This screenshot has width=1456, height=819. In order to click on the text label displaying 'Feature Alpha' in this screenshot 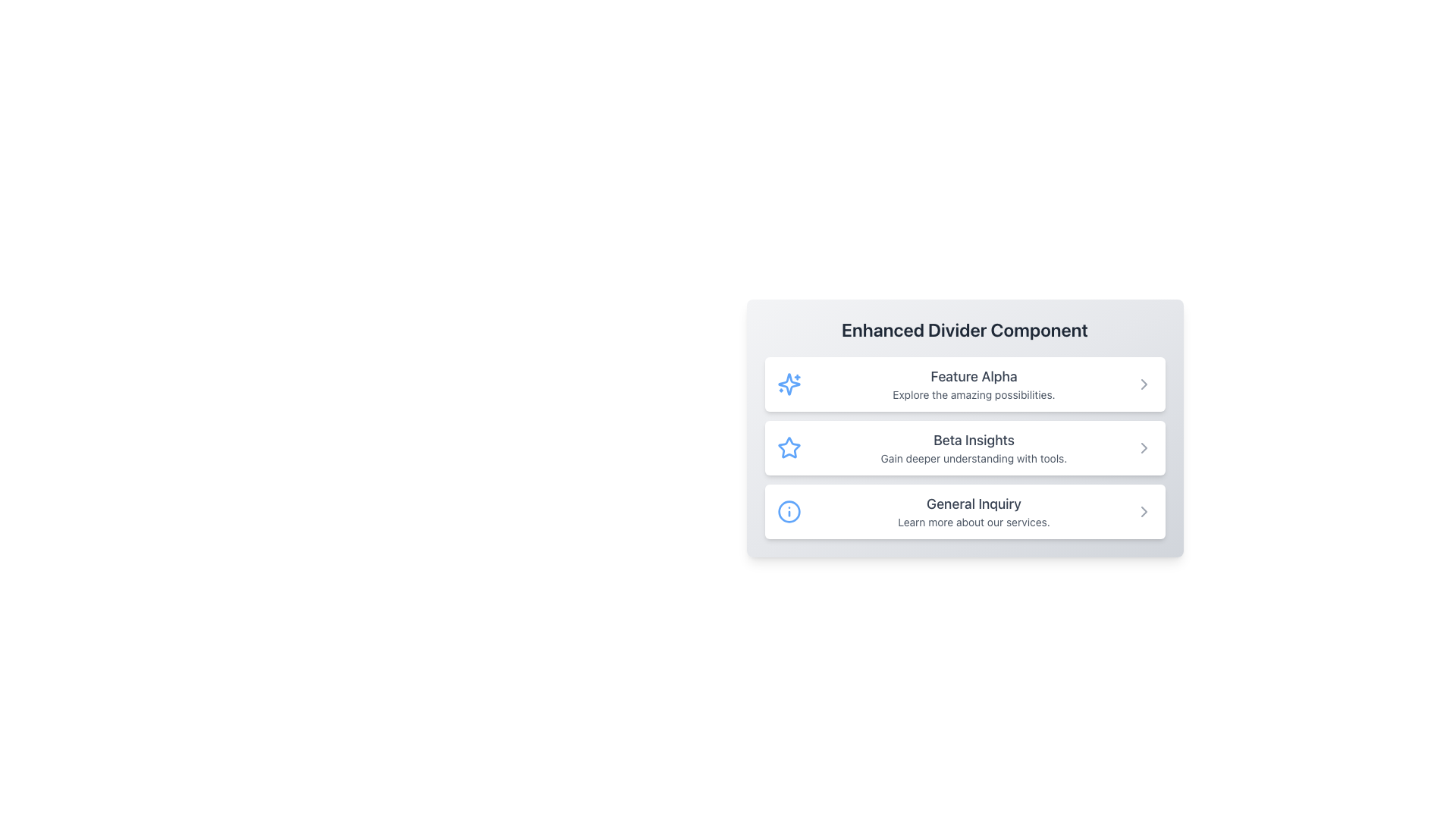, I will do `click(974, 376)`.